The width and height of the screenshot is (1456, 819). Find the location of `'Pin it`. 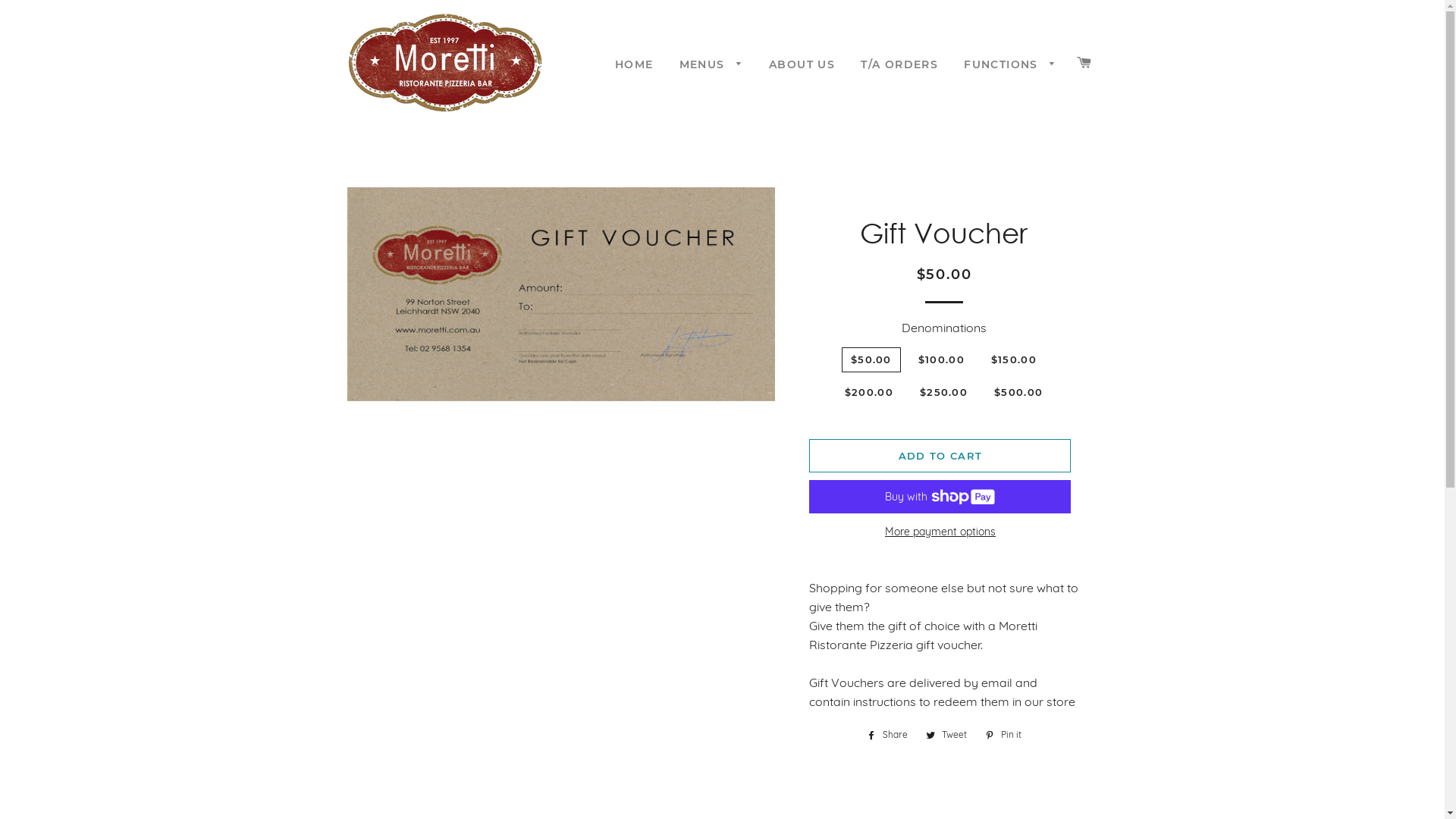

'Pin it is located at coordinates (1003, 733).